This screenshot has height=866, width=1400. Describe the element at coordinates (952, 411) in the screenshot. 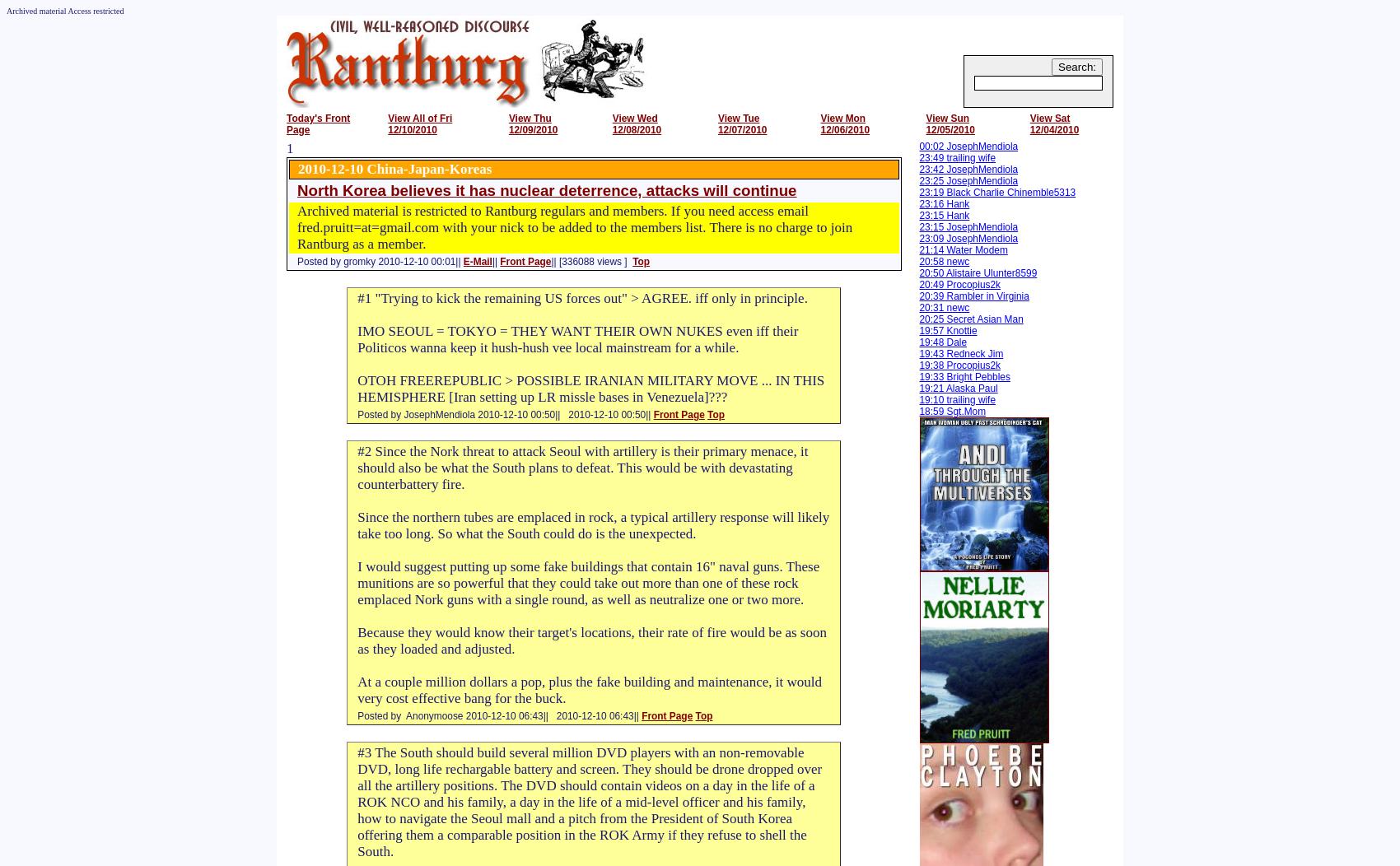

I see `'18:59 Sgt.Mom'` at that location.